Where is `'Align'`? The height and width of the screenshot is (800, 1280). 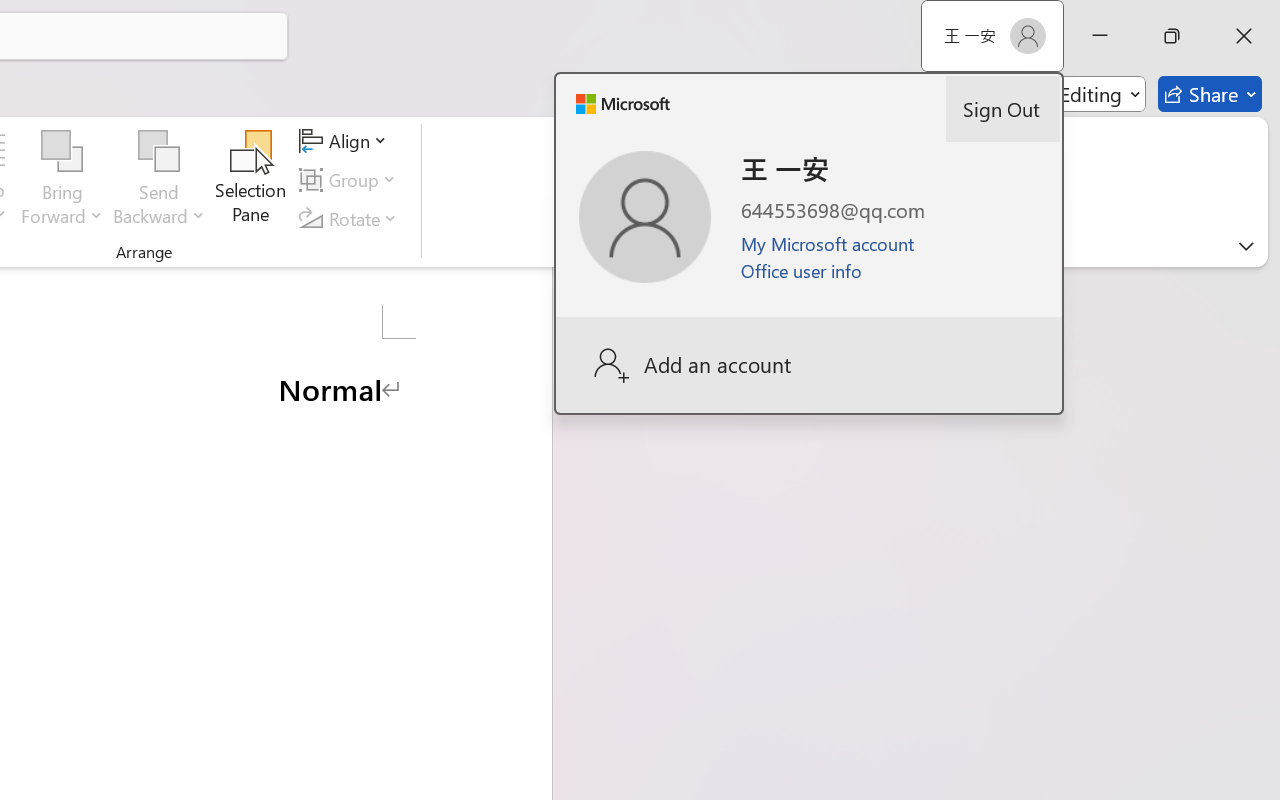
'Align' is located at coordinates (346, 141).